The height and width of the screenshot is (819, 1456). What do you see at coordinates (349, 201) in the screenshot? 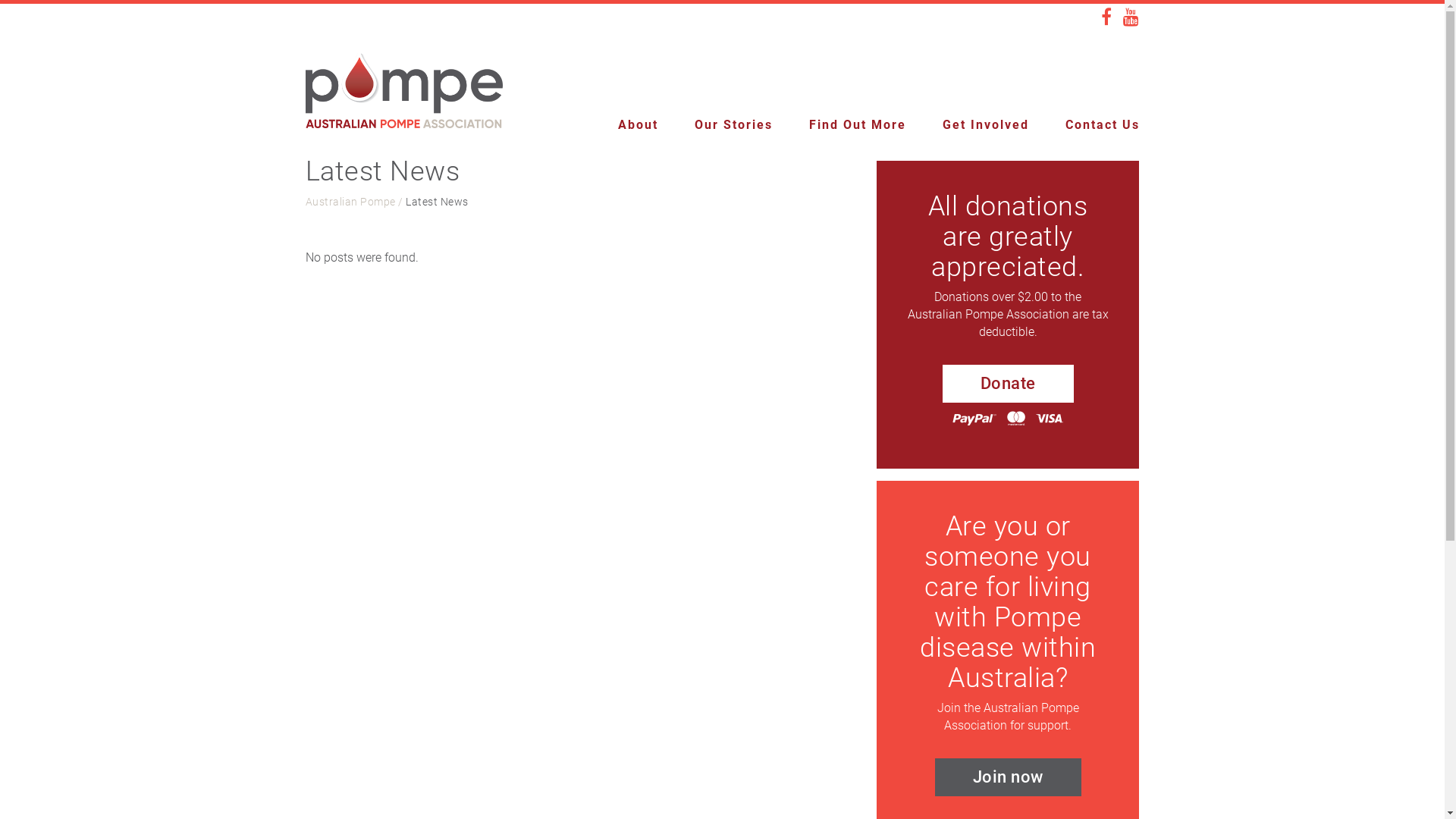
I see `'Australian Pompe'` at bounding box center [349, 201].